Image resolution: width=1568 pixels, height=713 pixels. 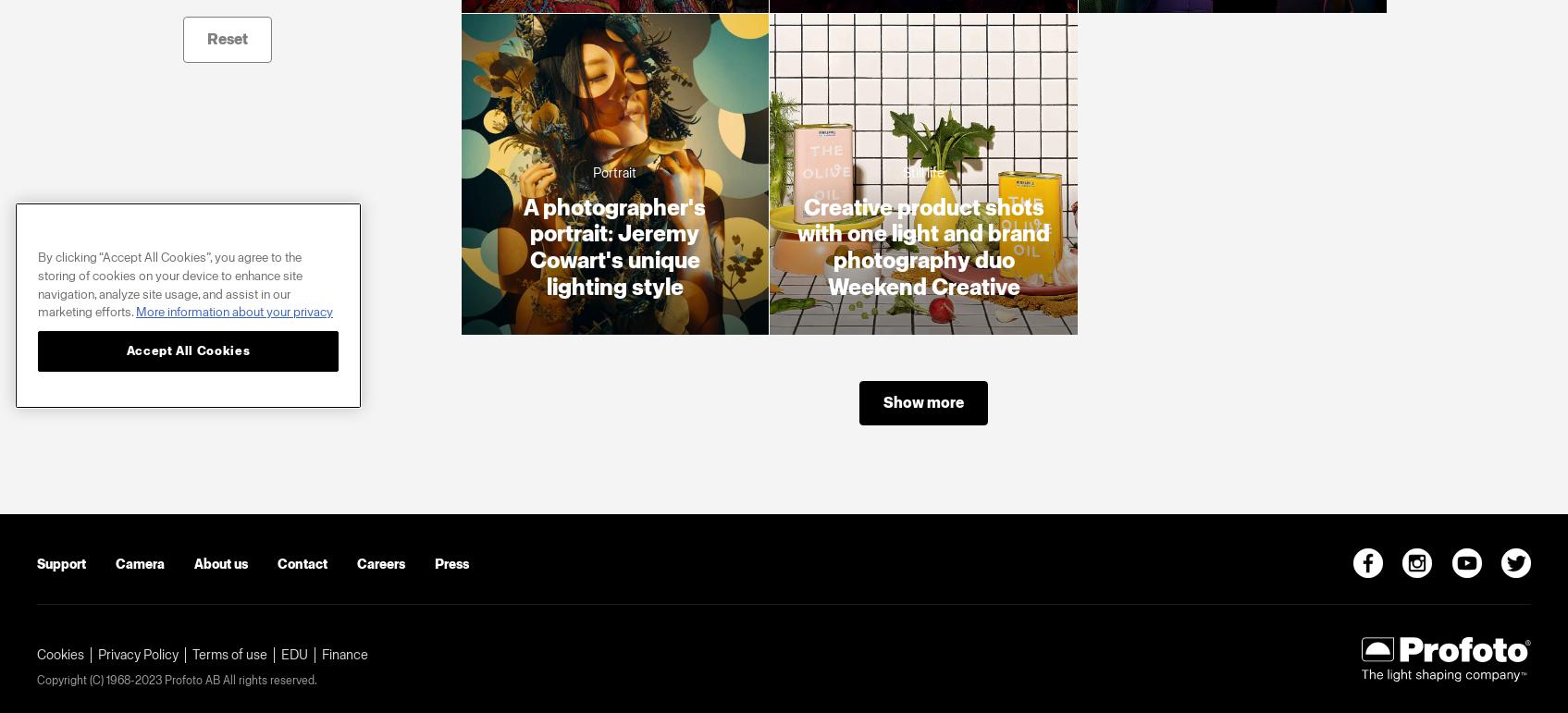 What do you see at coordinates (228, 653) in the screenshot?
I see `'Terms of use'` at bounding box center [228, 653].